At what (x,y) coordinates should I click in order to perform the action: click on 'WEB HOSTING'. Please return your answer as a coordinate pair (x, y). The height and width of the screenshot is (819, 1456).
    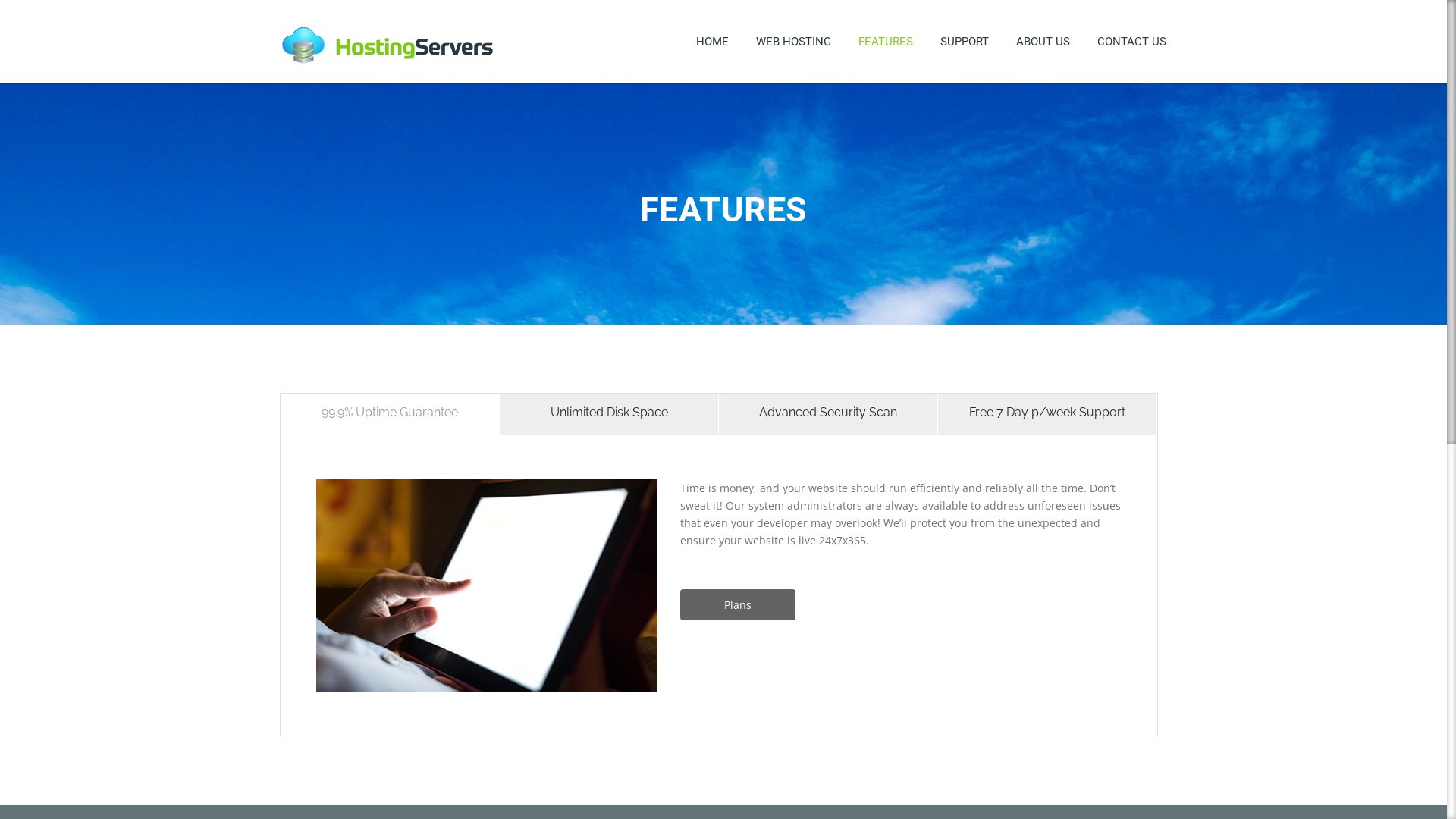
    Looking at the image, I should click on (792, 41).